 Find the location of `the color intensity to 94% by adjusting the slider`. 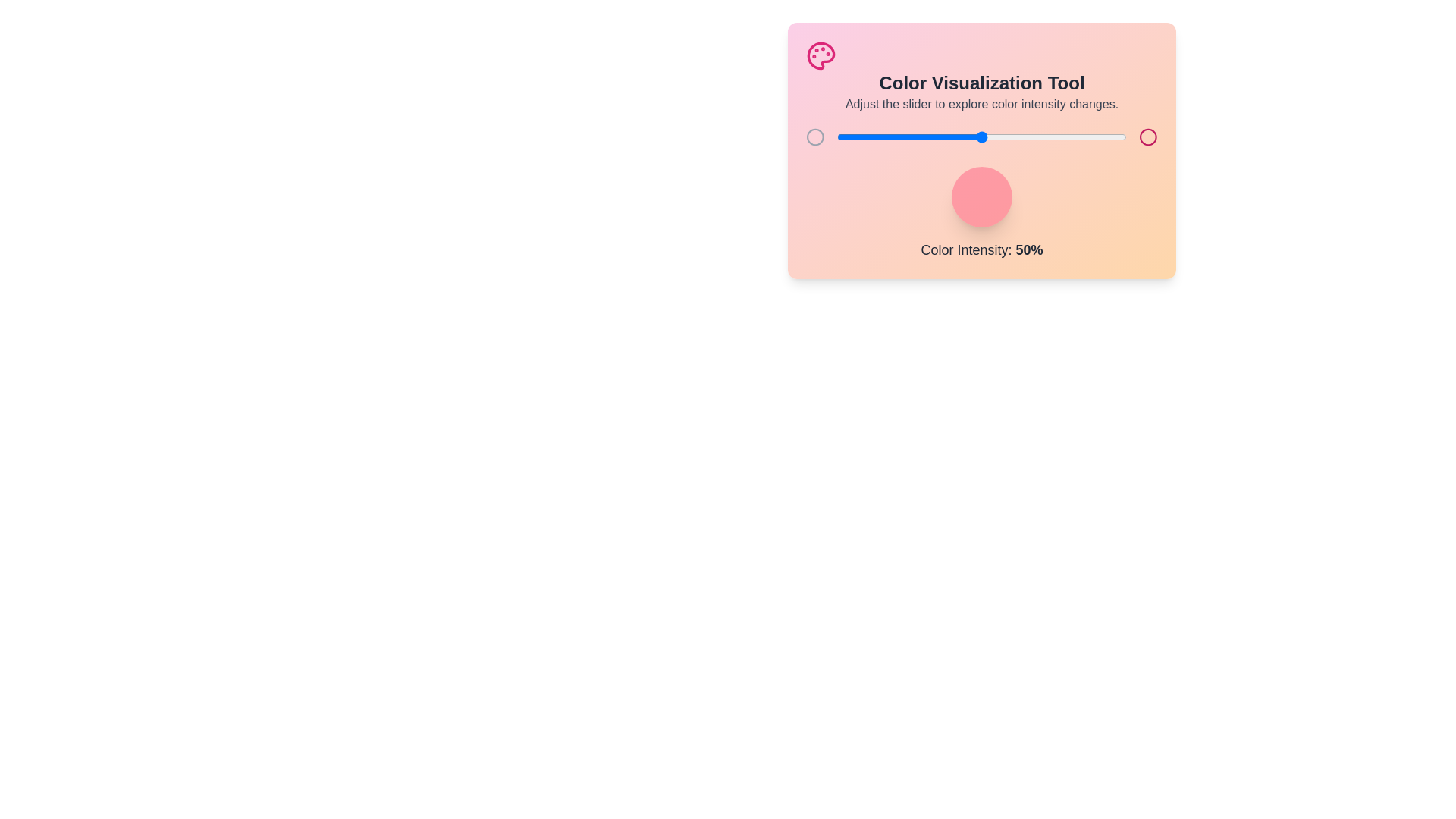

the color intensity to 94% by adjusting the slider is located at coordinates (1109, 137).